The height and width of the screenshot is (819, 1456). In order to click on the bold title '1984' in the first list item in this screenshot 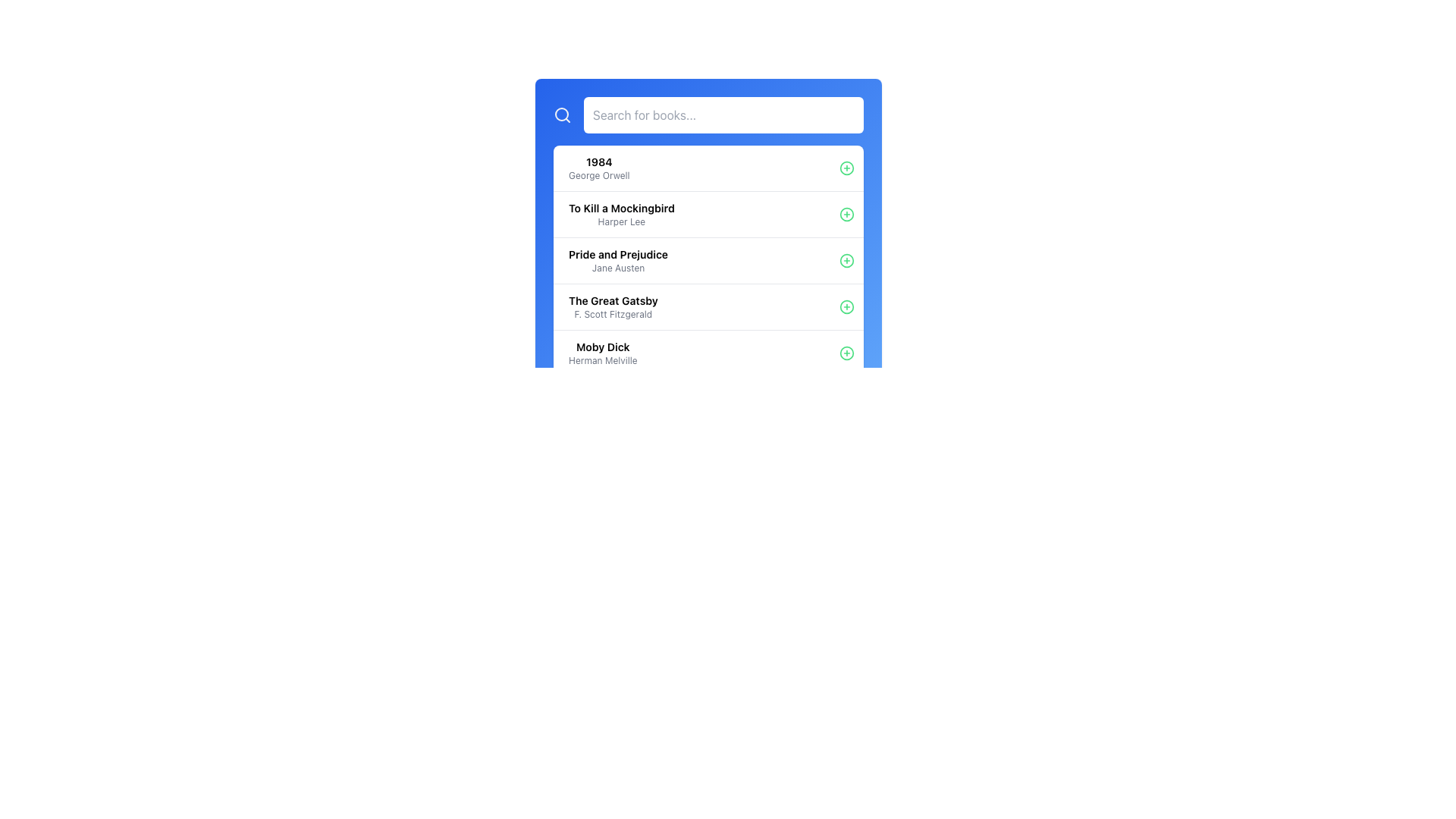, I will do `click(708, 168)`.